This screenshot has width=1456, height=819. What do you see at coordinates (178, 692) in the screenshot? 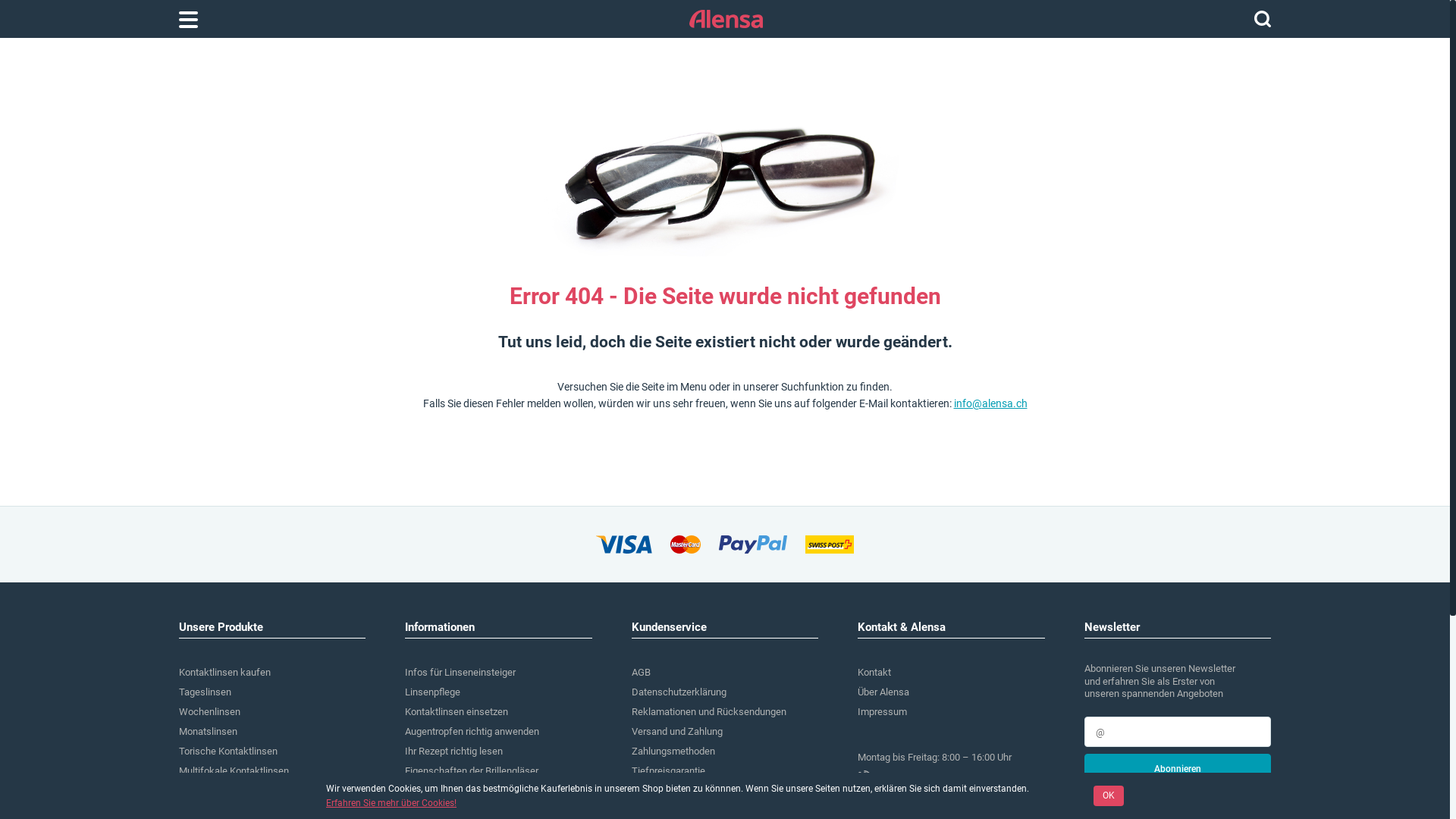
I see `'Tageslinsen'` at bounding box center [178, 692].